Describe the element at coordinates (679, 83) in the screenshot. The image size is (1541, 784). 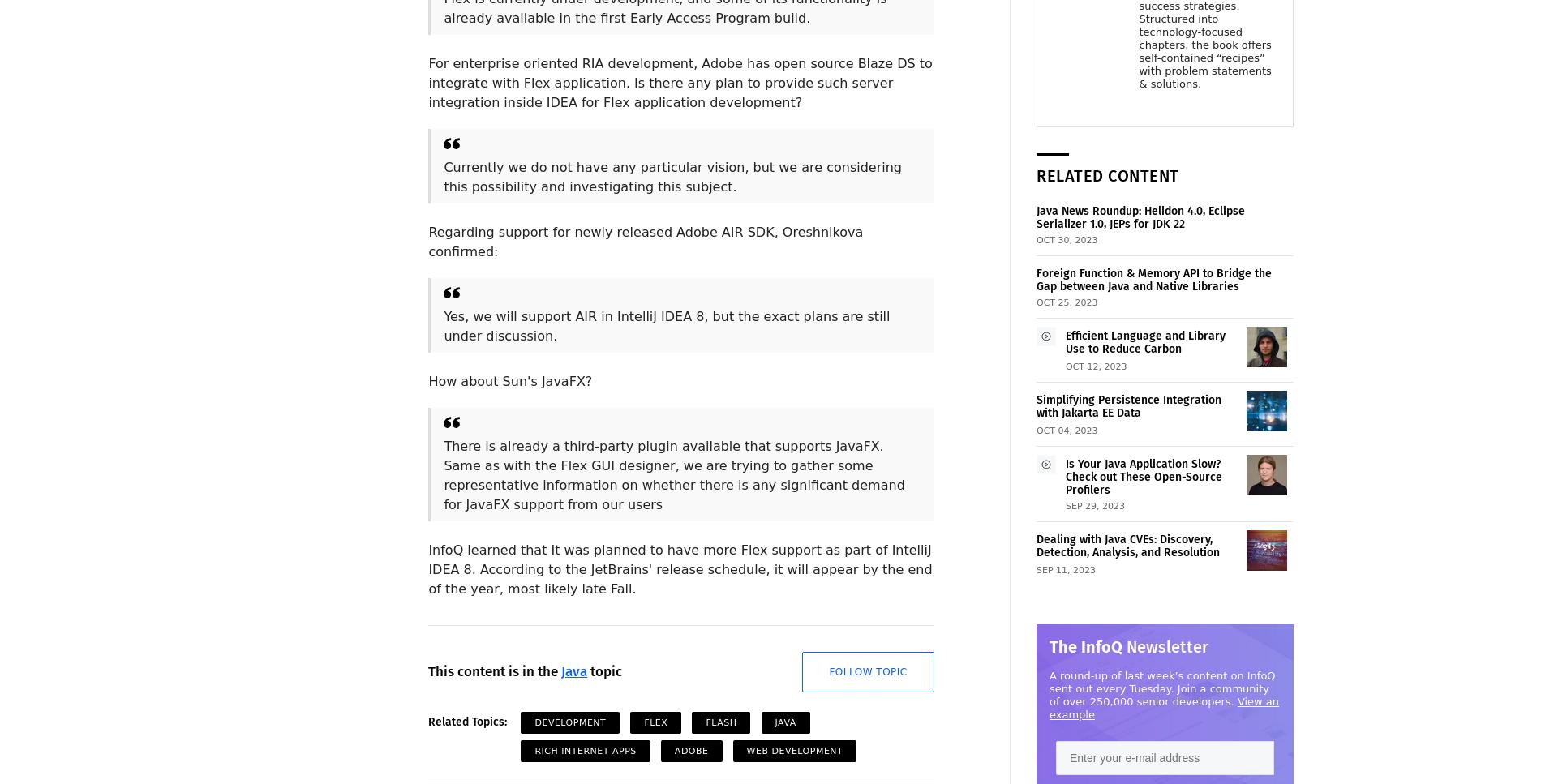
I see `'For enterprise oriented RIA development, Adobe has open source Blaze DS to integrate with Flex application. Is there any plan to provide such server integration inside IDEA for Flex application development?'` at that location.